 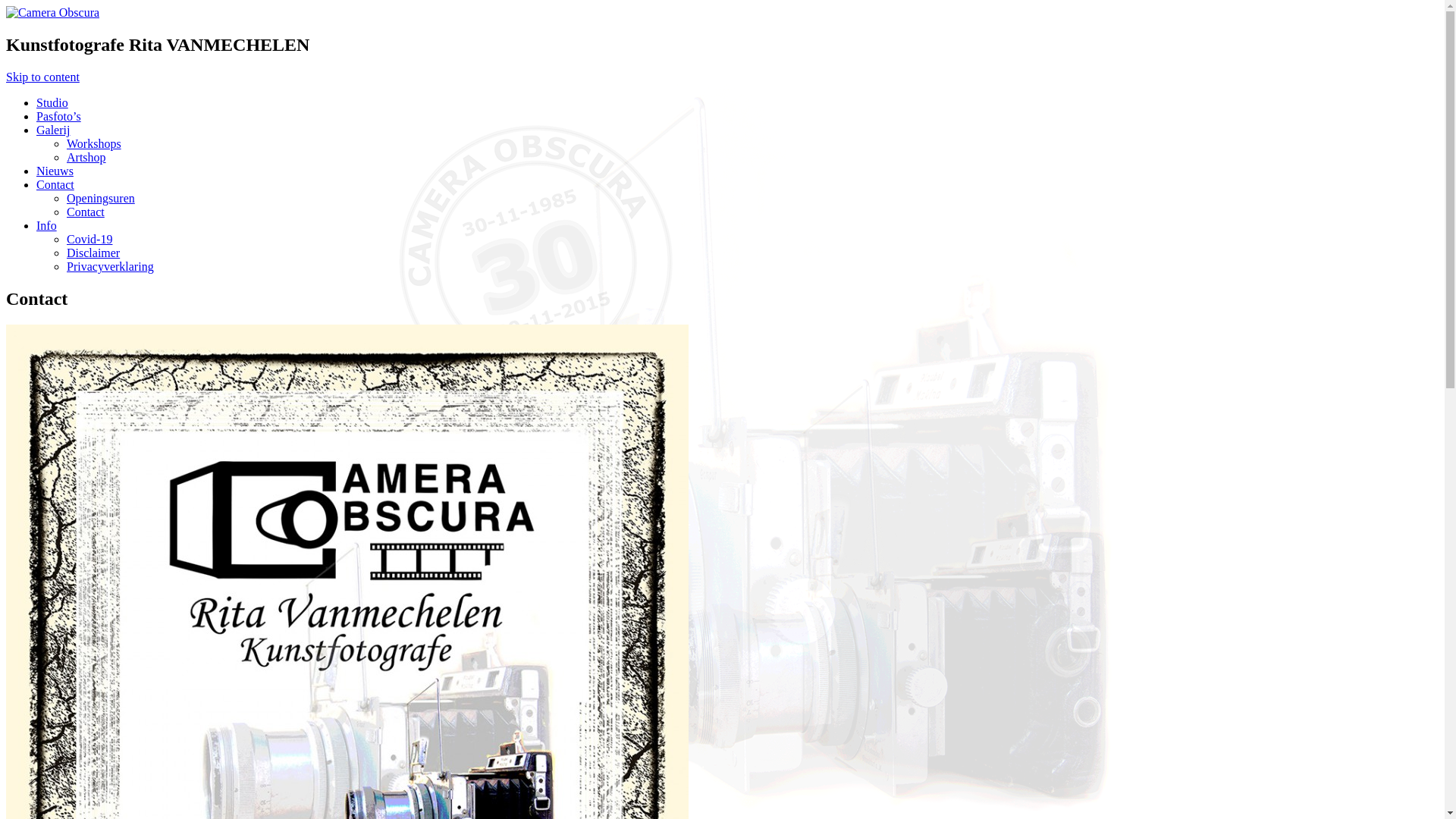 I want to click on 'Workshops', so click(x=93, y=143).